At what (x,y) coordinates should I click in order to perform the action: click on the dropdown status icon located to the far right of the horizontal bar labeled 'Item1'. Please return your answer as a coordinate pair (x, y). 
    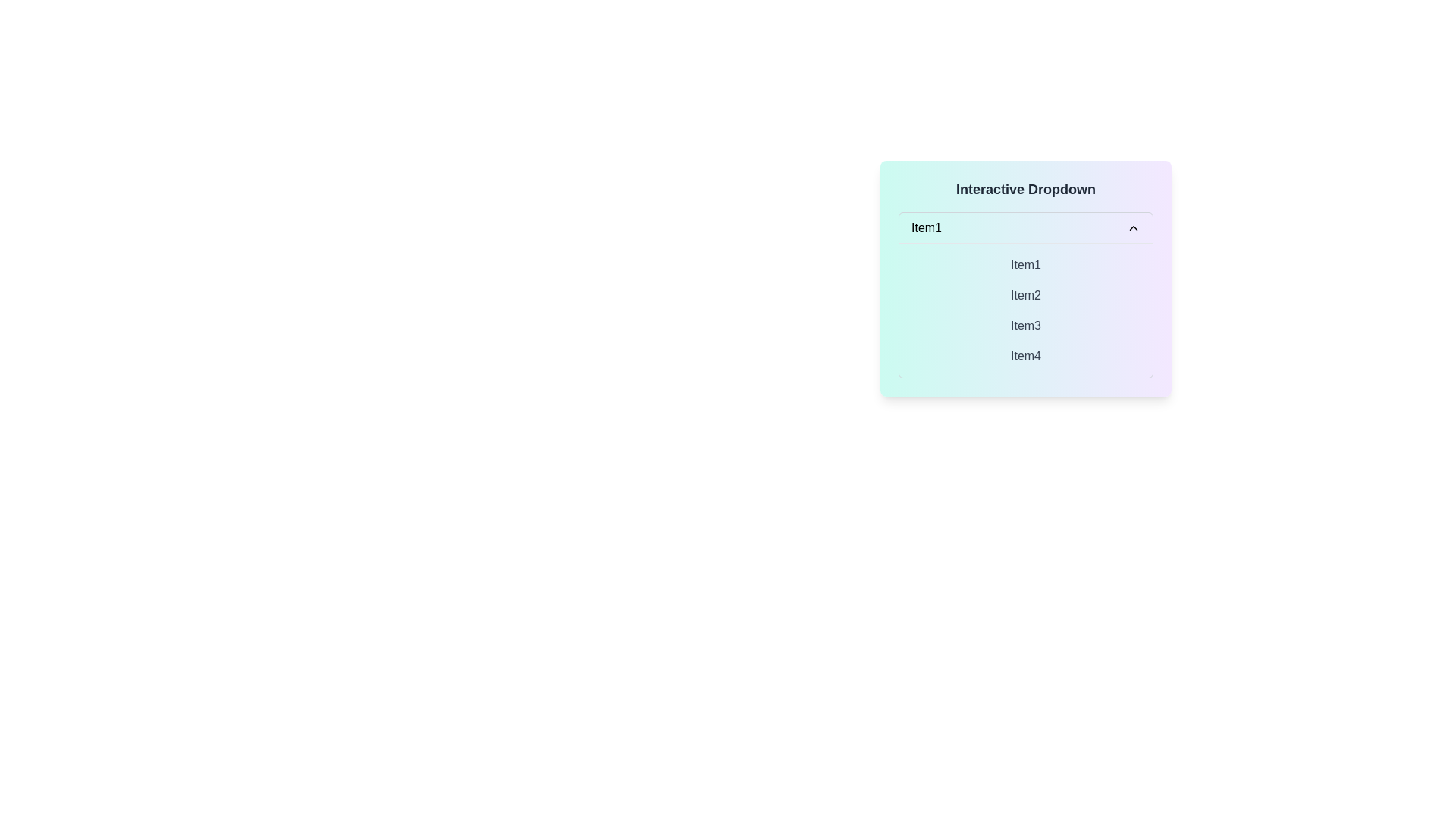
    Looking at the image, I should click on (1133, 227).